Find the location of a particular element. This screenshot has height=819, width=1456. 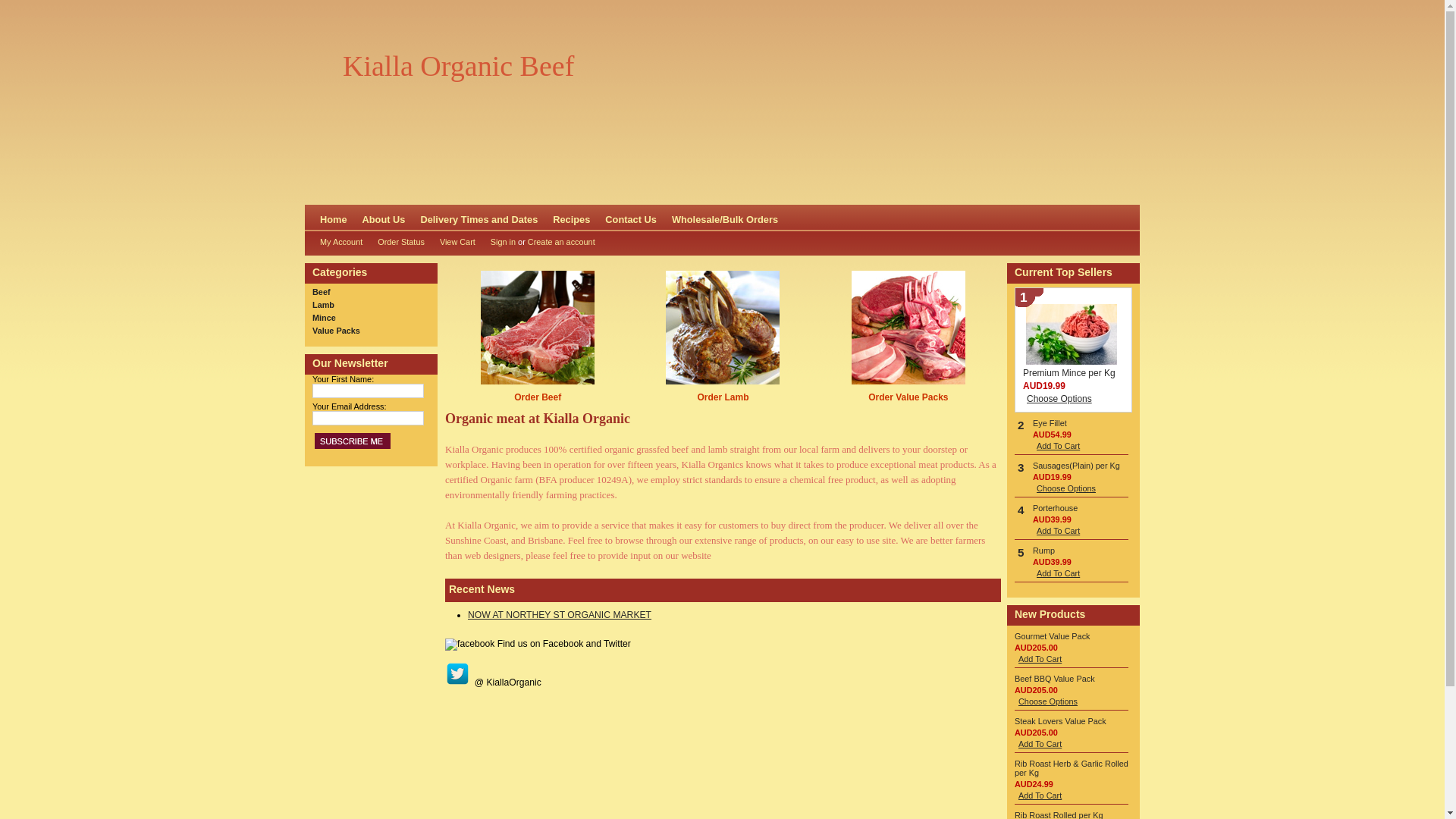

'Steak Lovers Value Pack' is located at coordinates (1015, 720).